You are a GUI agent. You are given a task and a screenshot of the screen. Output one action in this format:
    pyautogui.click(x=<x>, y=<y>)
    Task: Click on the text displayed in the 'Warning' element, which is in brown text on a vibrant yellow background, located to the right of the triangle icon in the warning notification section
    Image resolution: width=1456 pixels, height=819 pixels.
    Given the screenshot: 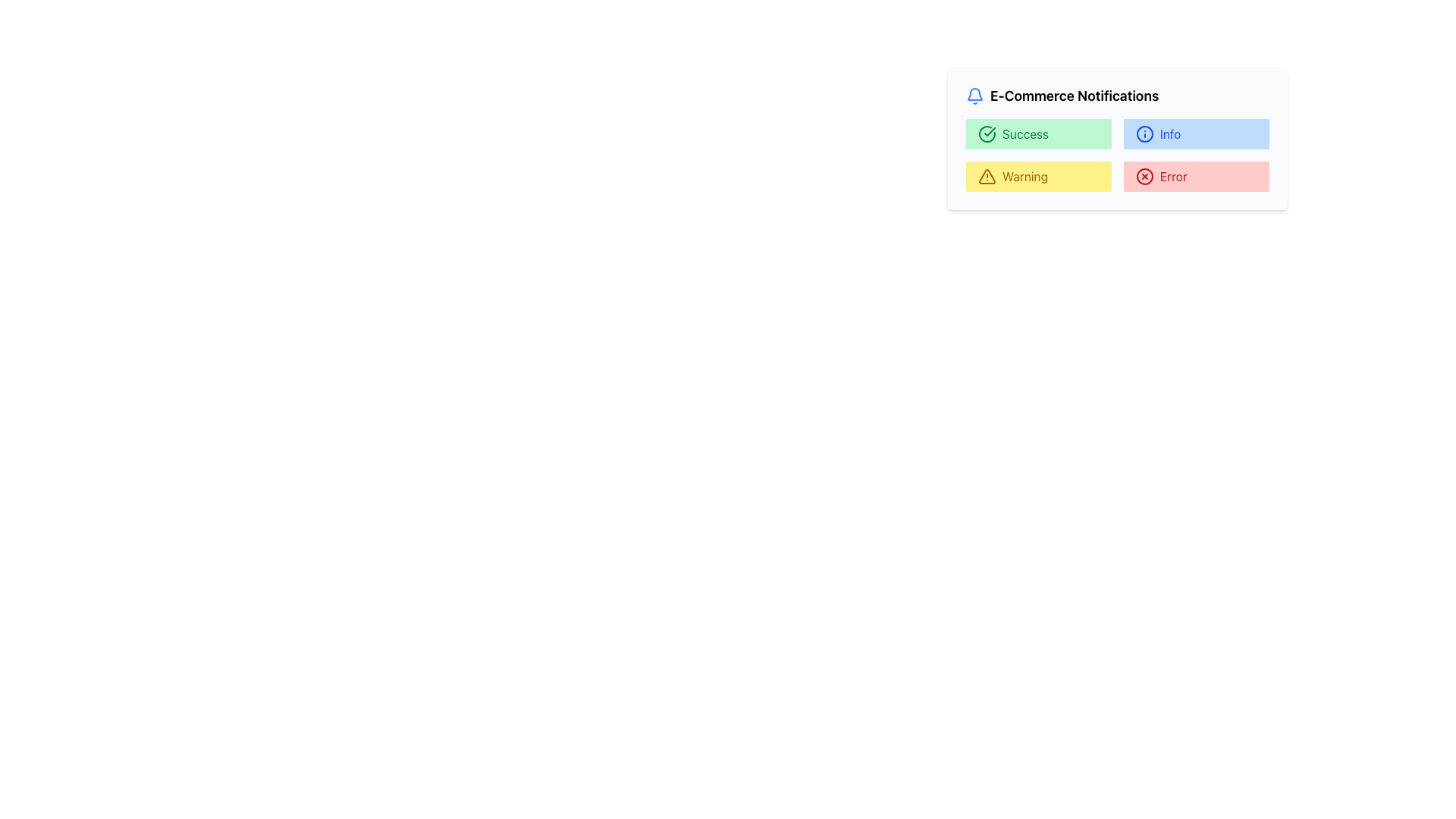 What is the action you would take?
    pyautogui.click(x=1025, y=175)
    